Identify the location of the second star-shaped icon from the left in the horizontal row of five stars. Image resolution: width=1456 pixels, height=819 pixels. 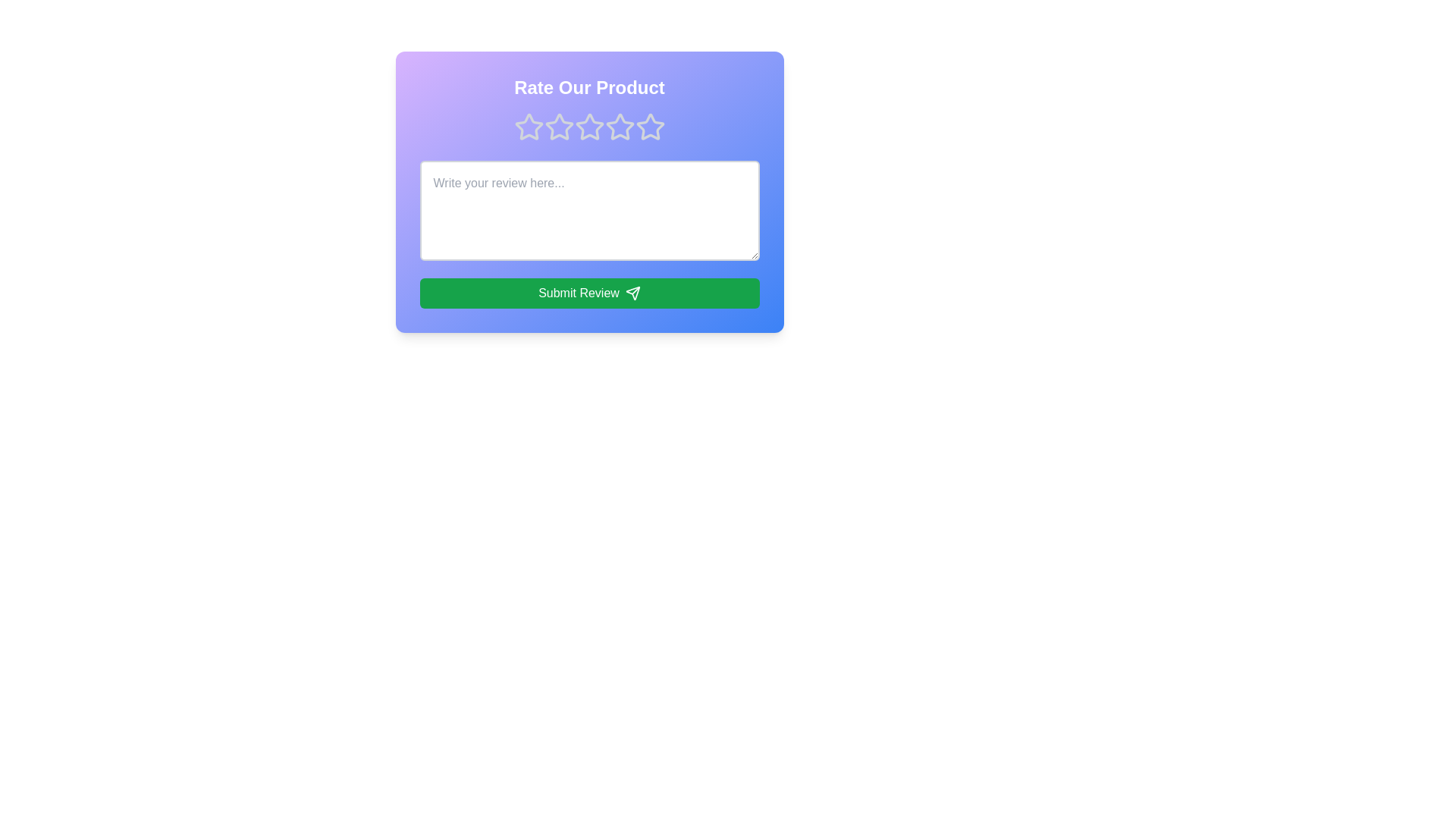
(558, 126).